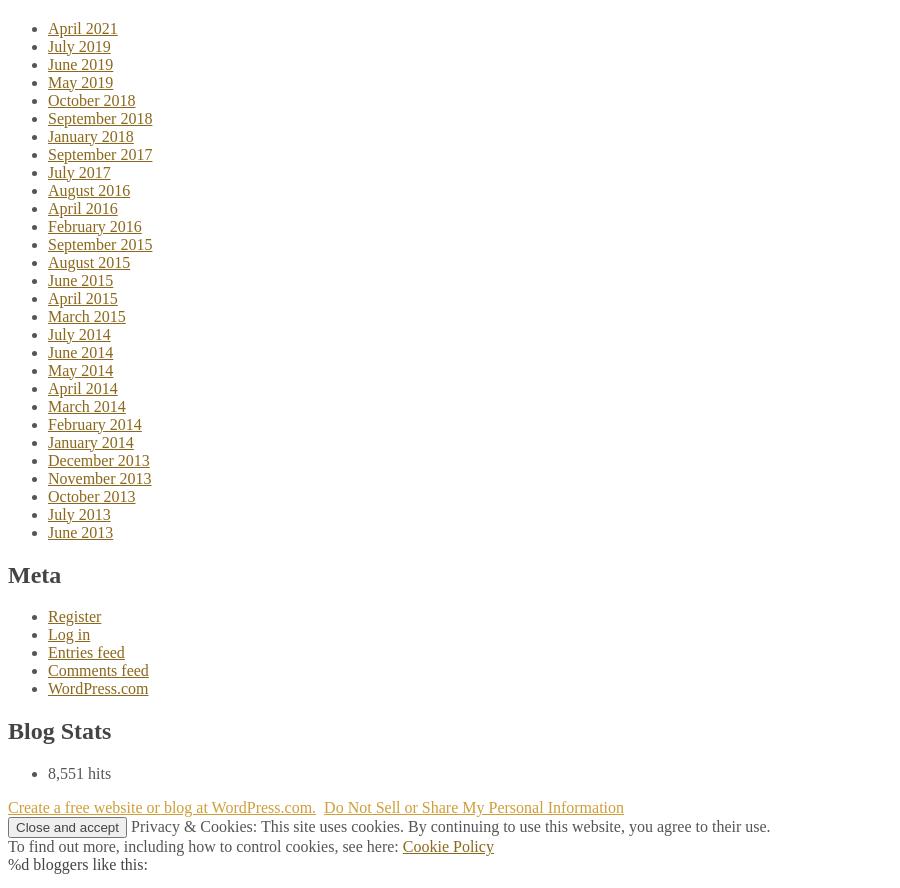  I want to click on 'August 2015', so click(88, 261).